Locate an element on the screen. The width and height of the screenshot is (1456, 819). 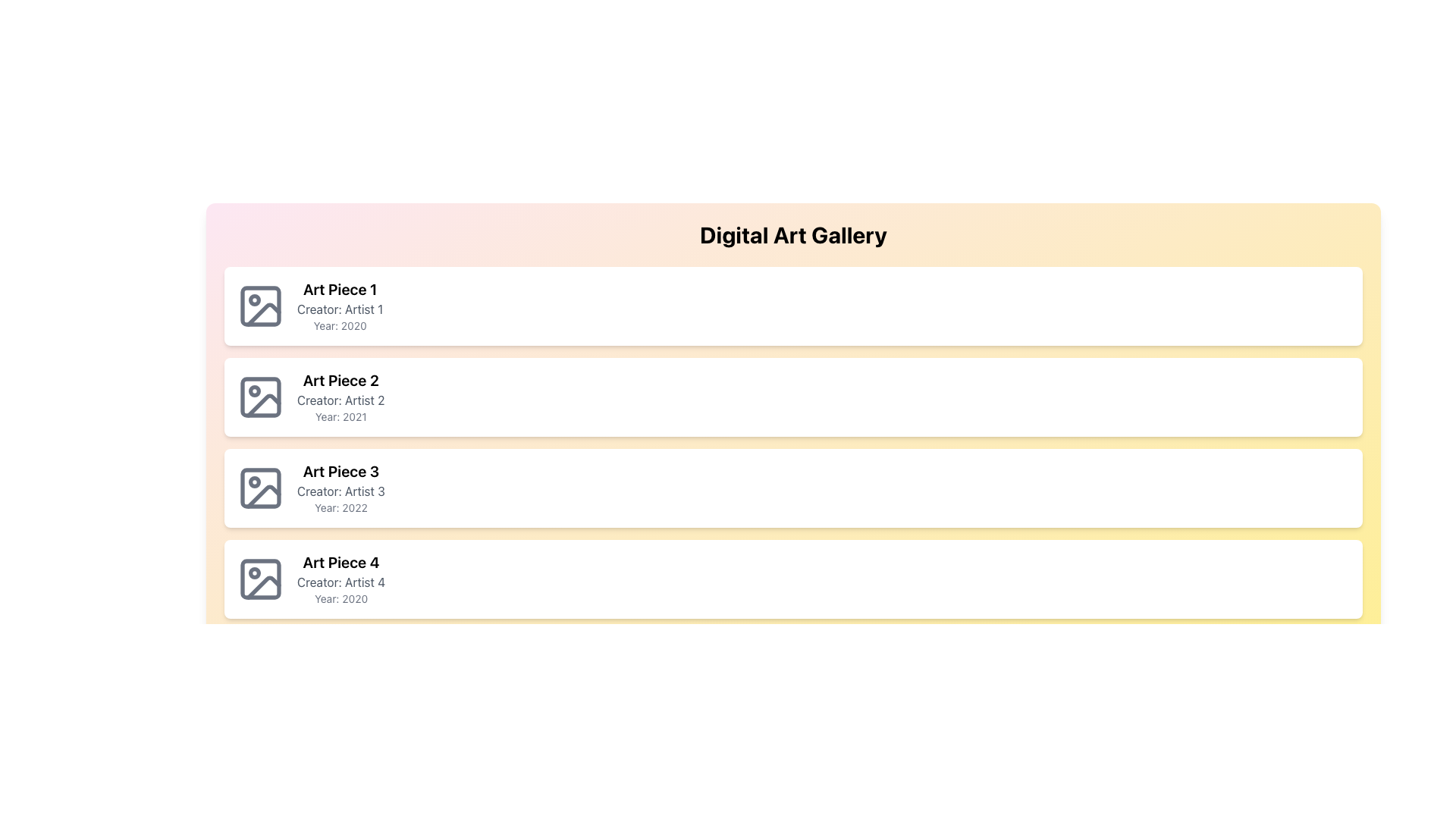
the subcomponent rectangle within the SVG structure representing a part of the photo icon for 'Art Piece 3' located in the third row of the list is located at coordinates (261, 488).